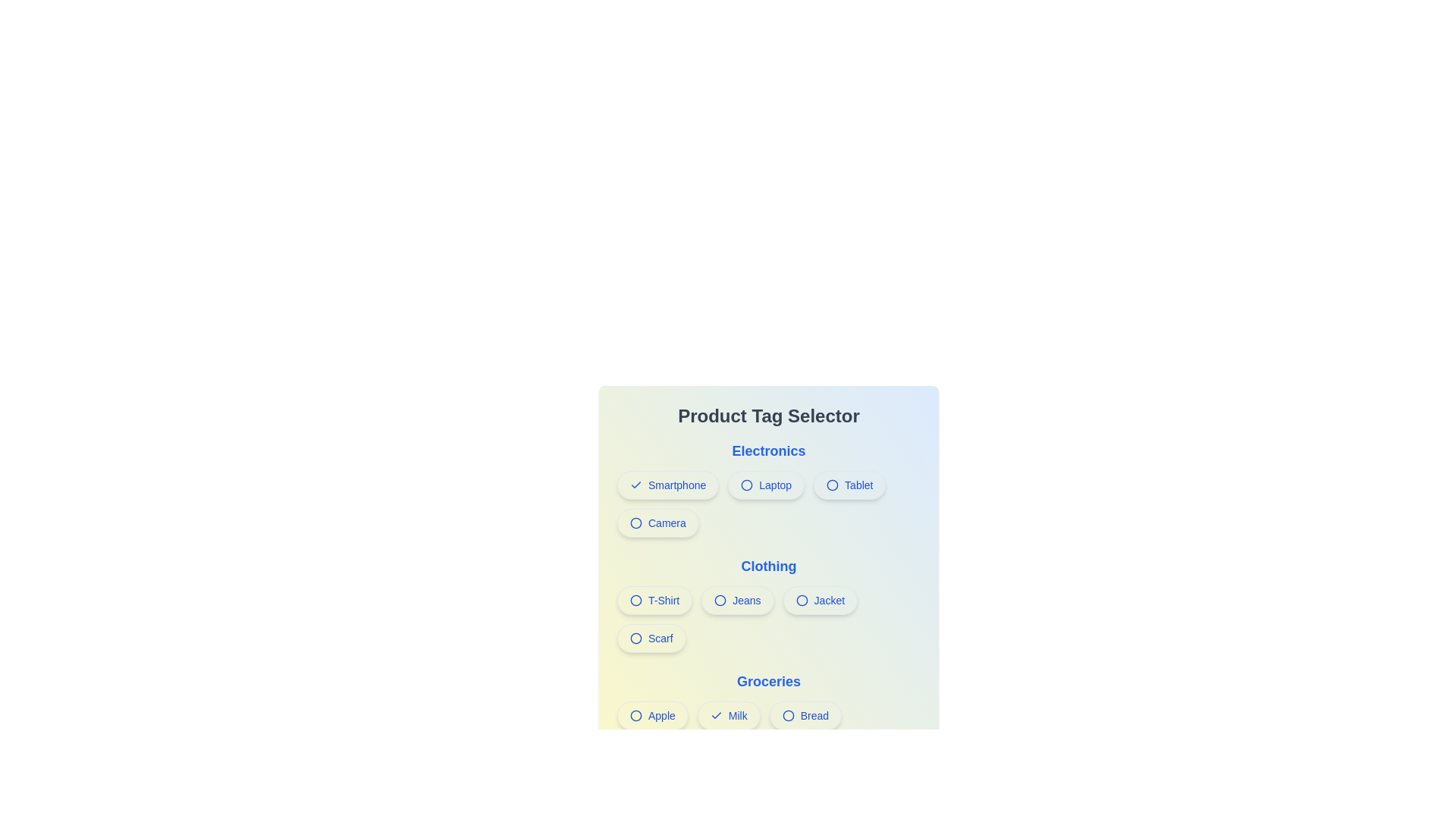 The image size is (1456, 819). What do you see at coordinates (747, 485) in the screenshot?
I see `the circular graphical element representing the selection status of the 'Laptop' option in the 'Electronics' section` at bounding box center [747, 485].